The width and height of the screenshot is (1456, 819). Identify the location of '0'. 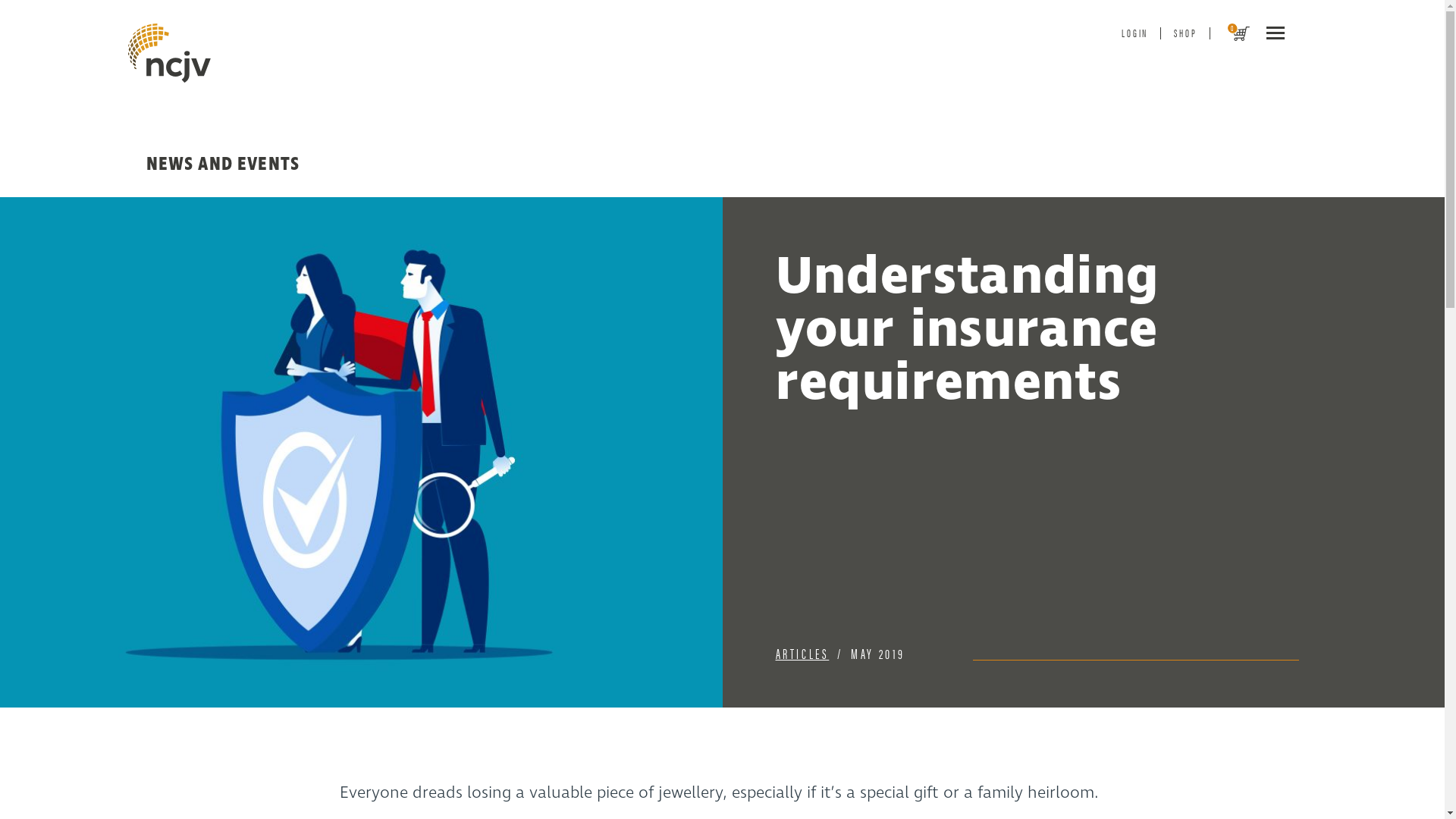
(1230, 32).